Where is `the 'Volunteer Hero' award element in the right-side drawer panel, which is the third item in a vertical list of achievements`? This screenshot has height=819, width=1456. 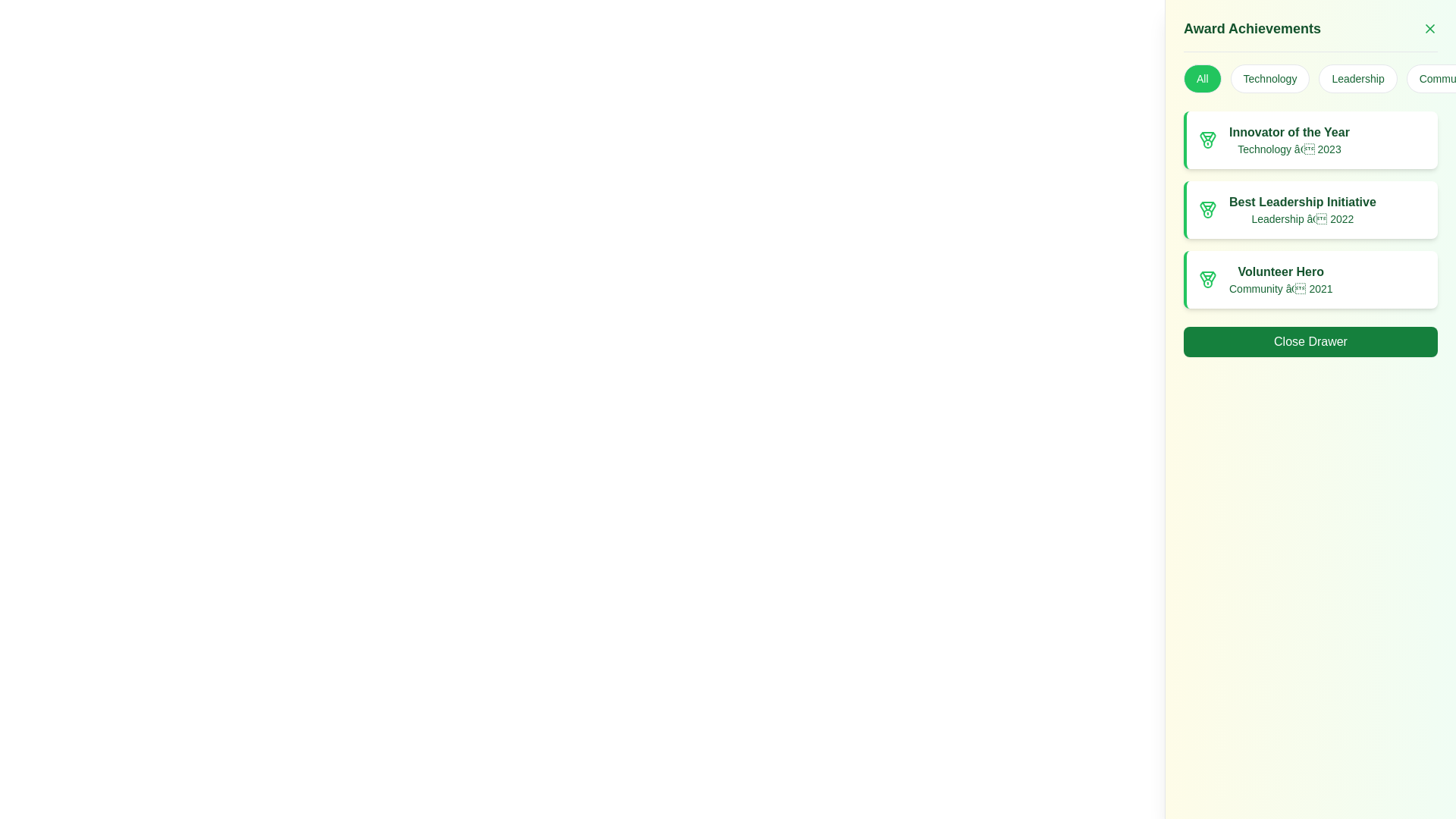 the 'Volunteer Hero' award element in the right-side drawer panel, which is the third item in a vertical list of achievements is located at coordinates (1310, 280).